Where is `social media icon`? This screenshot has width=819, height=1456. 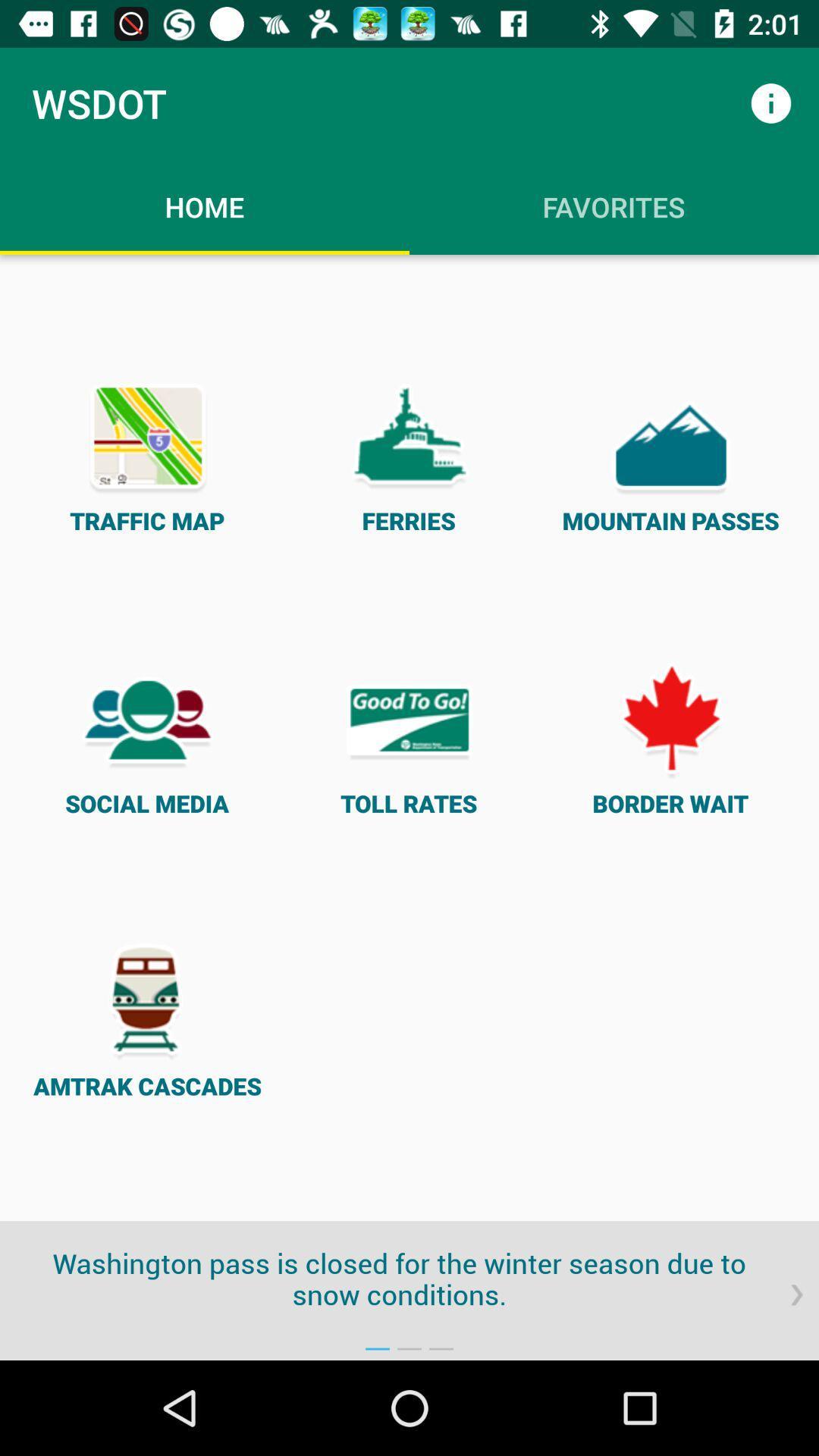
social media icon is located at coordinates (147, 738).